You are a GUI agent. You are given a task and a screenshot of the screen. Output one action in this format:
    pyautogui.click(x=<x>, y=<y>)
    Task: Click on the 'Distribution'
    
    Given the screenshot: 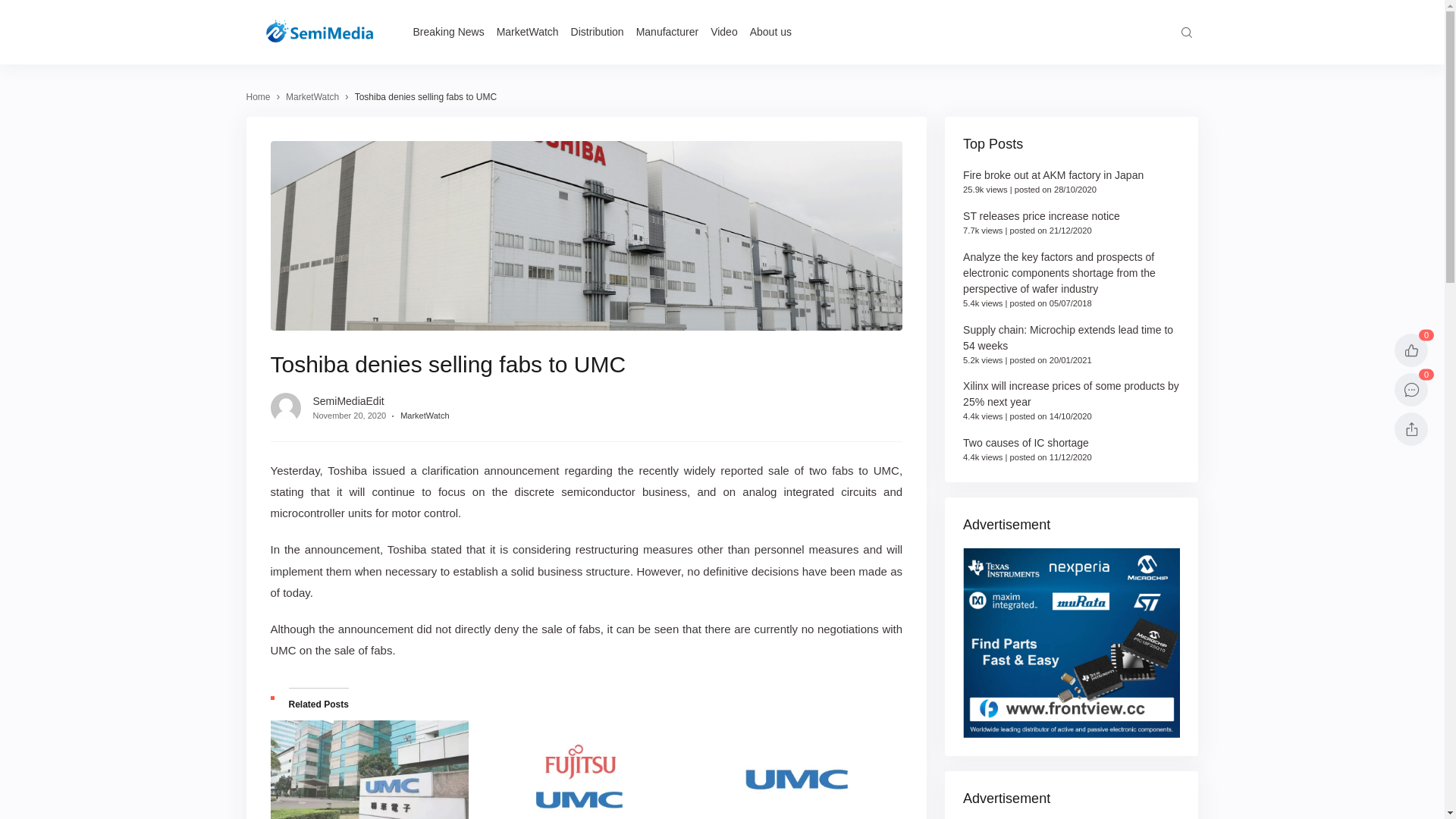 What is the action you would take?
    pyautogui.click(x=596, y=32)
    